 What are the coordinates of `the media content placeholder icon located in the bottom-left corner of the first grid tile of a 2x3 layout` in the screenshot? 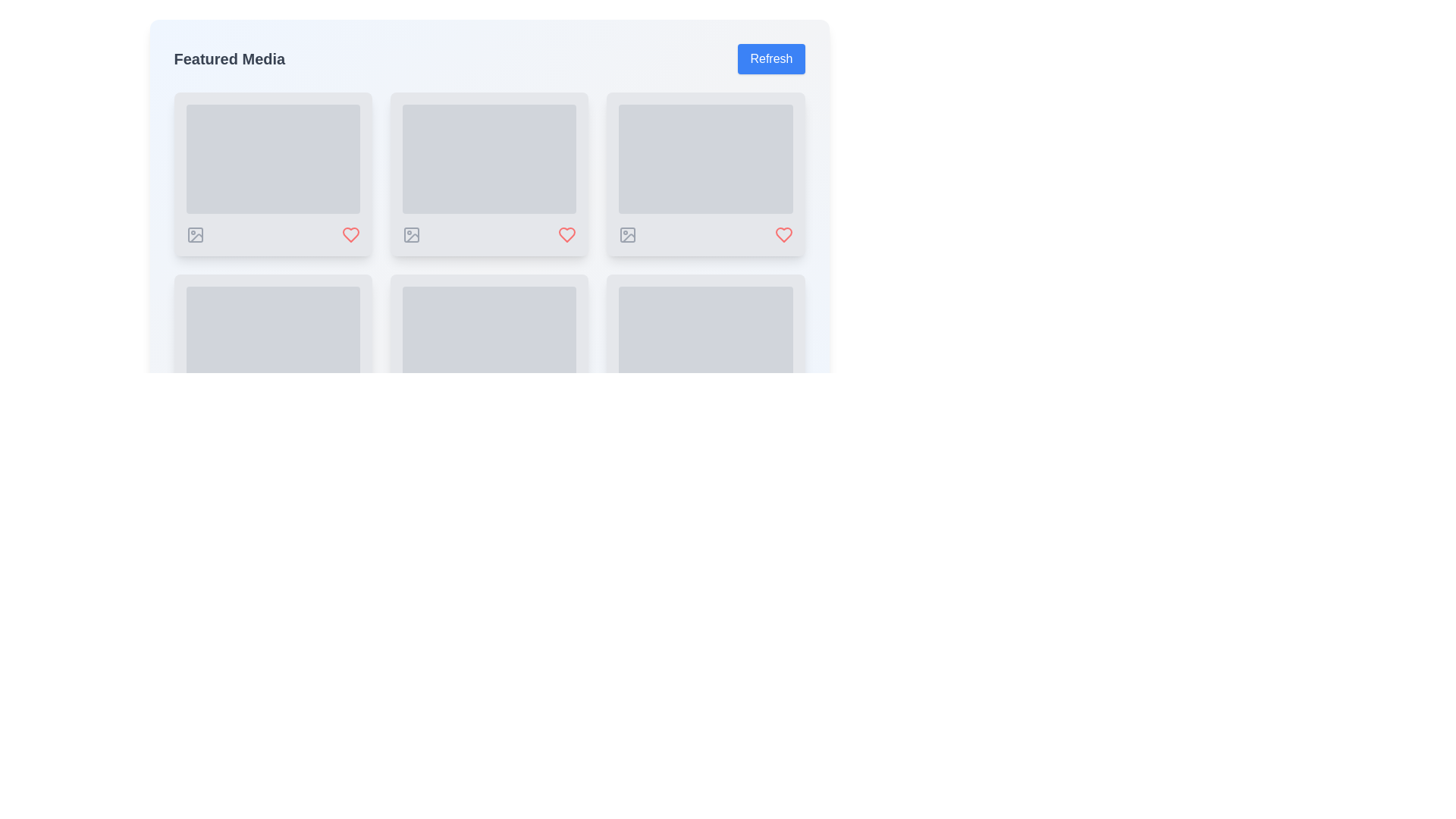 It's located at (194, 234).